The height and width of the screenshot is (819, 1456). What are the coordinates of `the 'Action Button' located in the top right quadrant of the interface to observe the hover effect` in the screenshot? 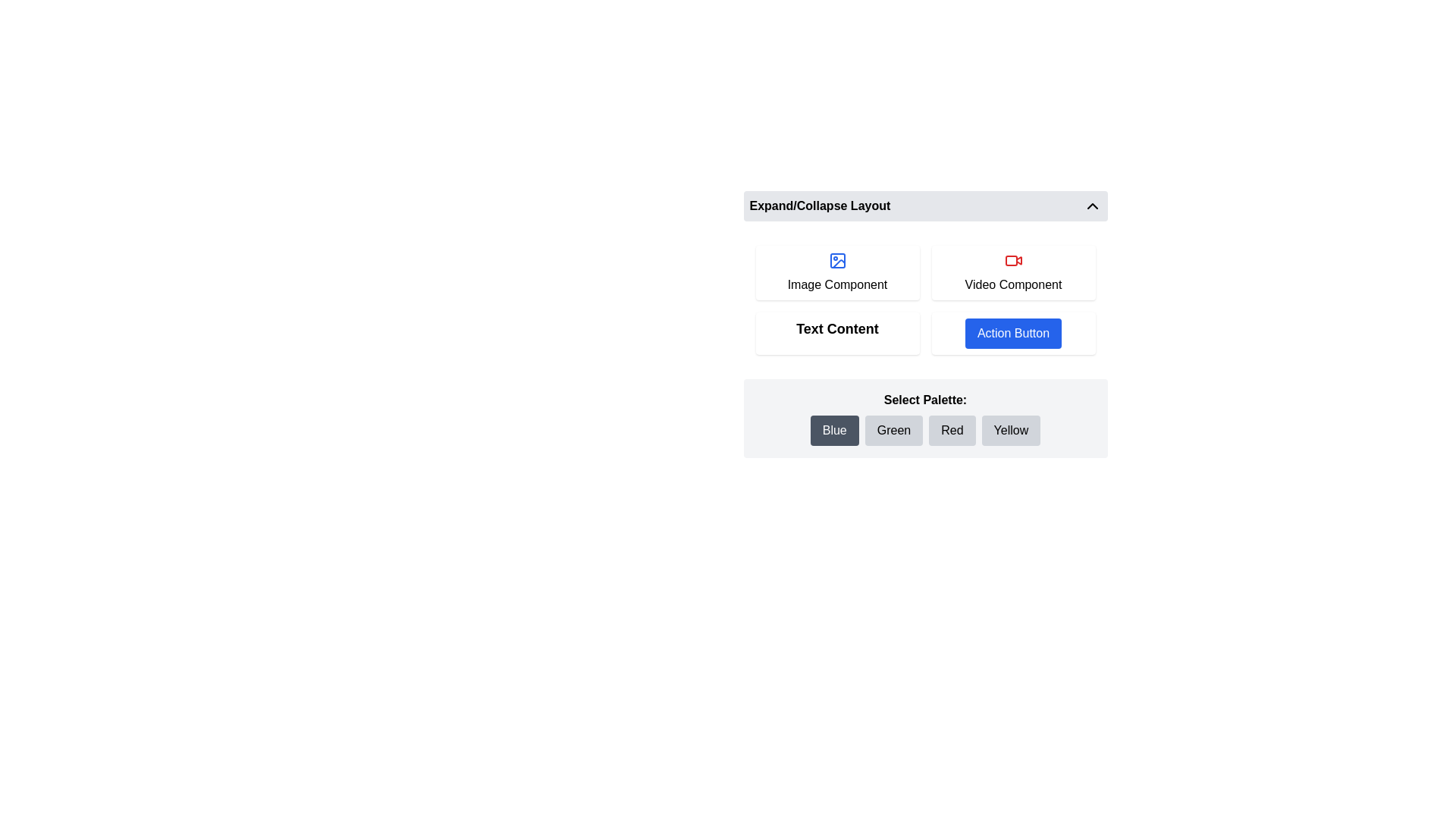 It's located at (1013, 332).